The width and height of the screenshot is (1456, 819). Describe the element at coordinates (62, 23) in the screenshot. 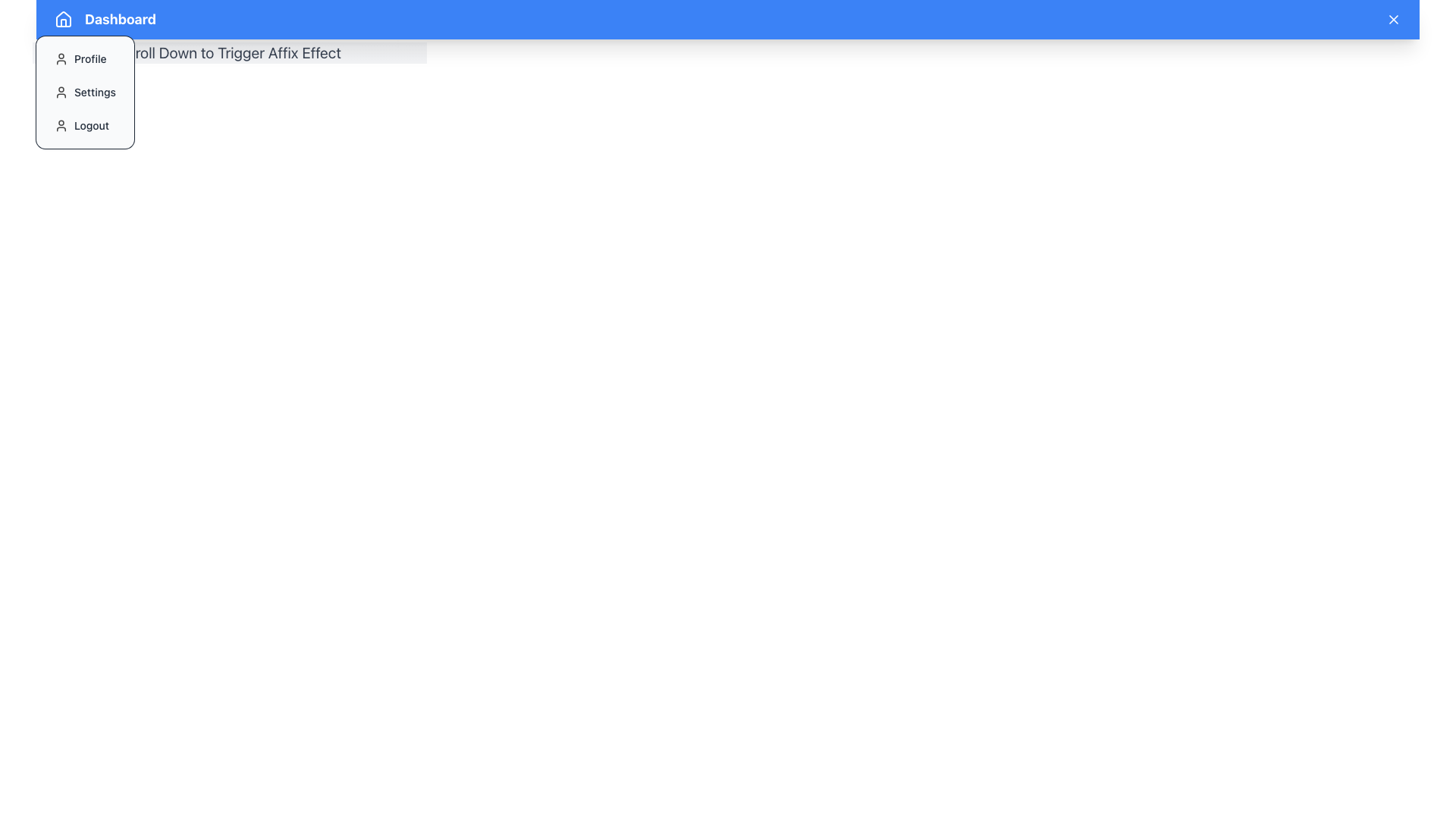

I see `the door section of the house icon in the top left corner of the 'Dashboard' navigation bar, which is represented as a vector graphic with a white stroke` at that location.